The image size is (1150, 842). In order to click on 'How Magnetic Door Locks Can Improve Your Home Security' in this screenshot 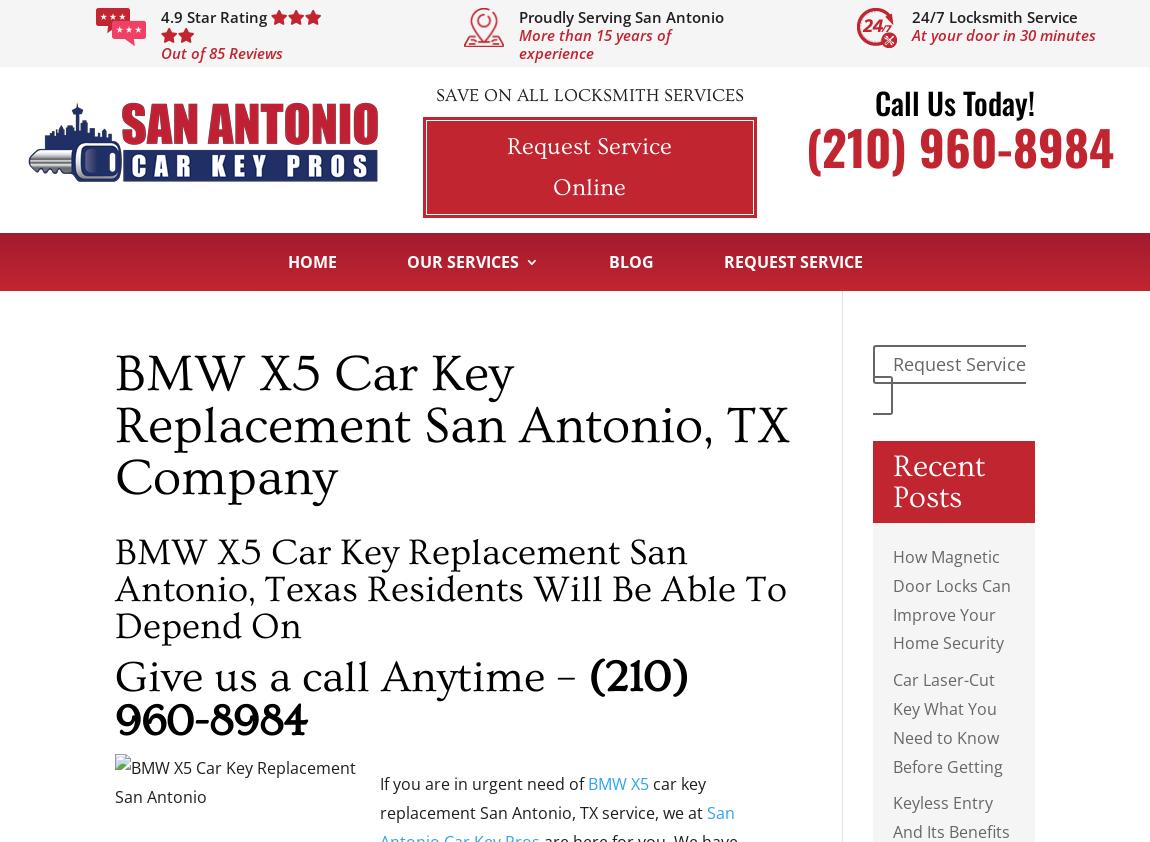, I will do `click(951, 598)`.